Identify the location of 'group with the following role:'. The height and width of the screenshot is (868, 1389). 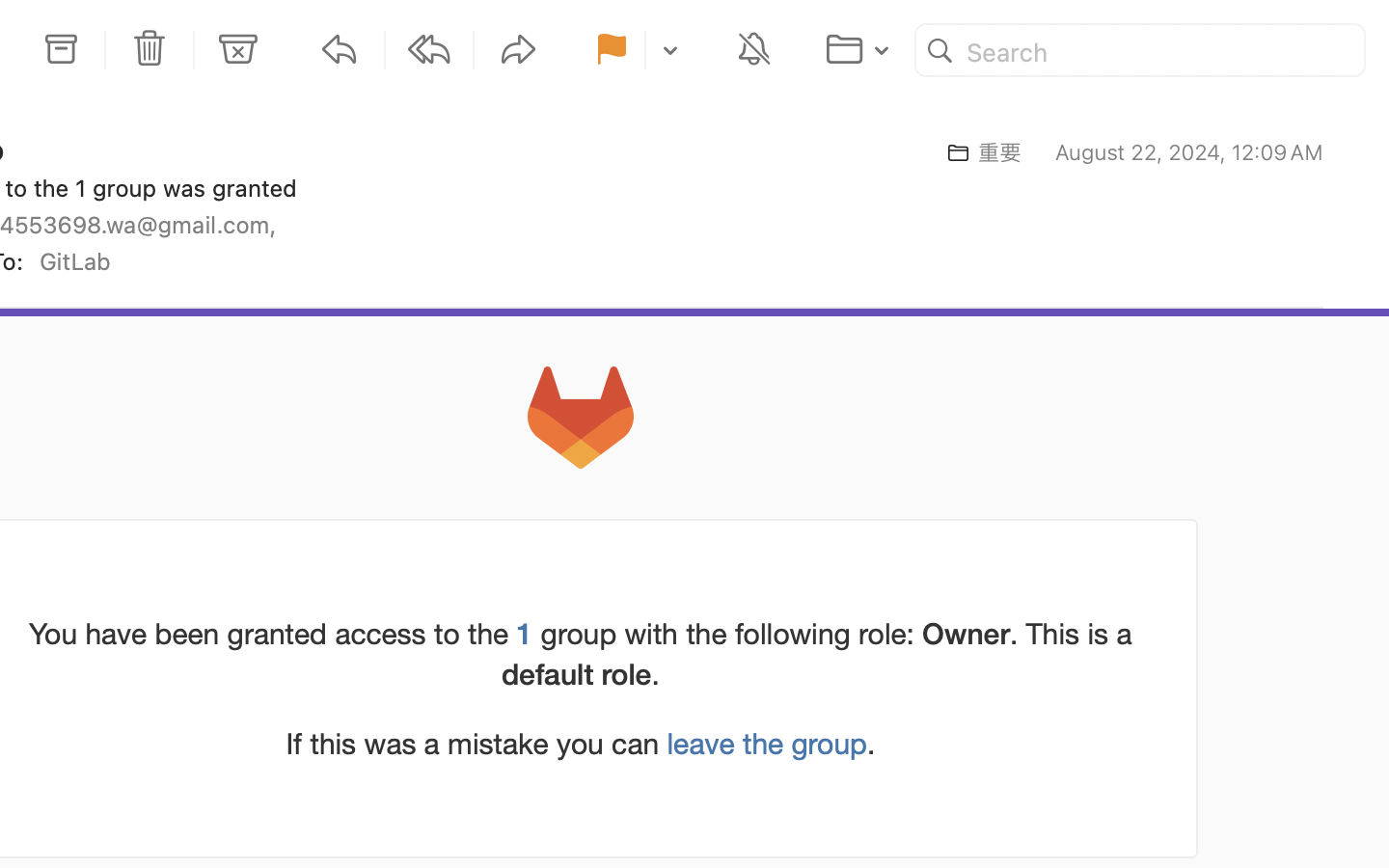
(726, 634).